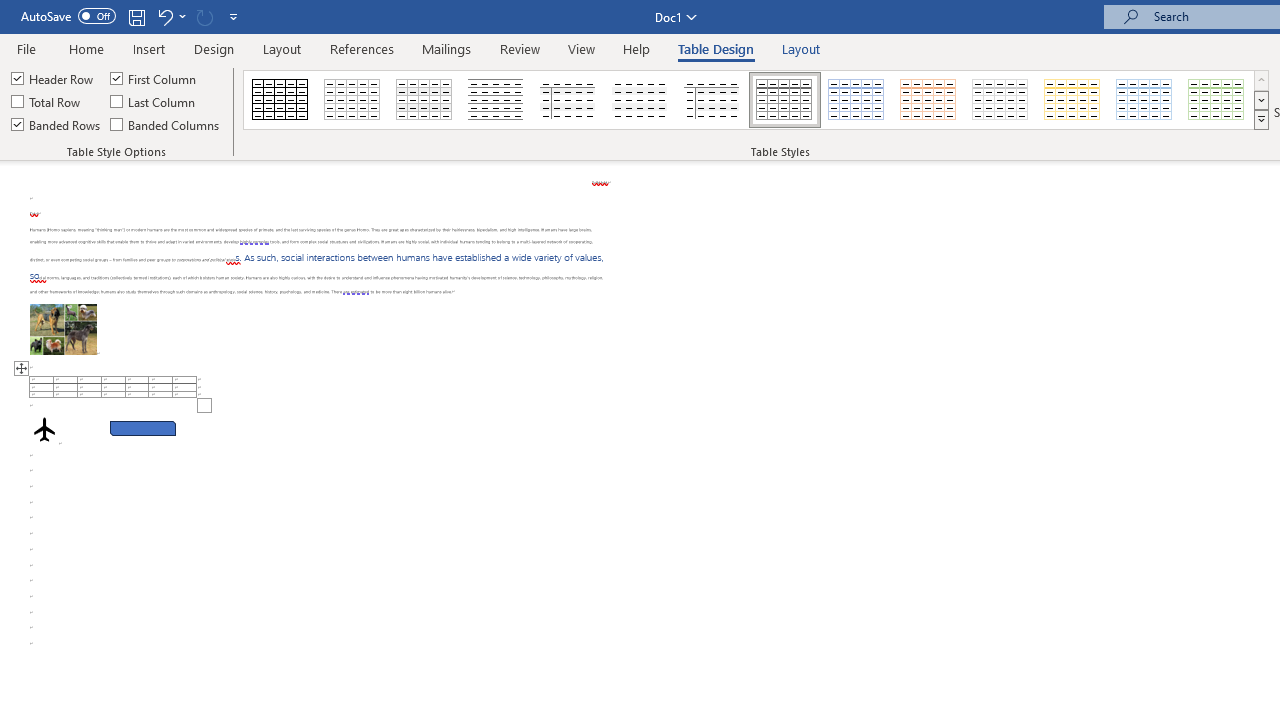  Describe the element at coordinates (68, 16) in the screenshot. I see `'AutoSave'` at that location.